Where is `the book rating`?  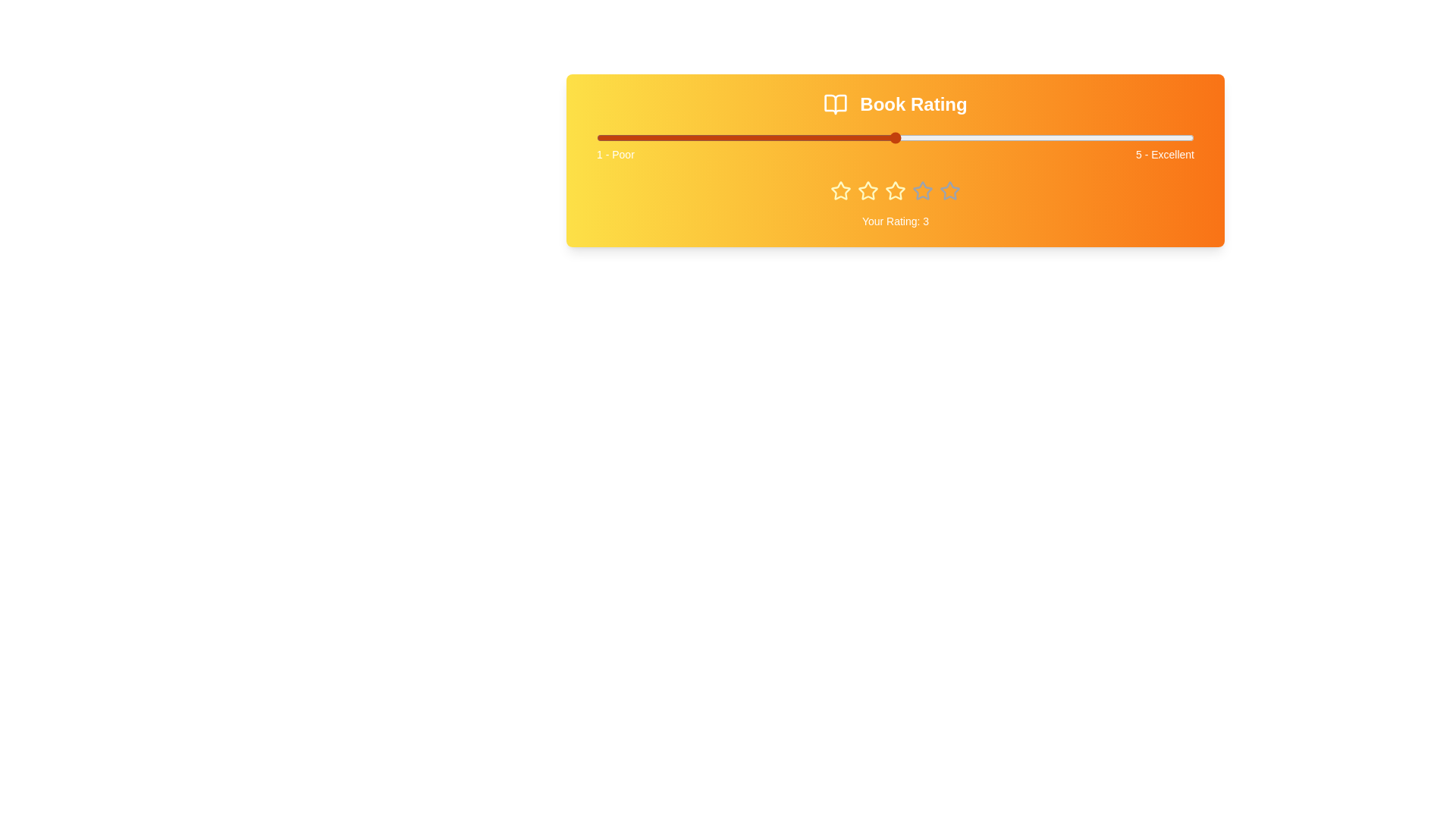 the book rating is located at coordinates (1043, 137).